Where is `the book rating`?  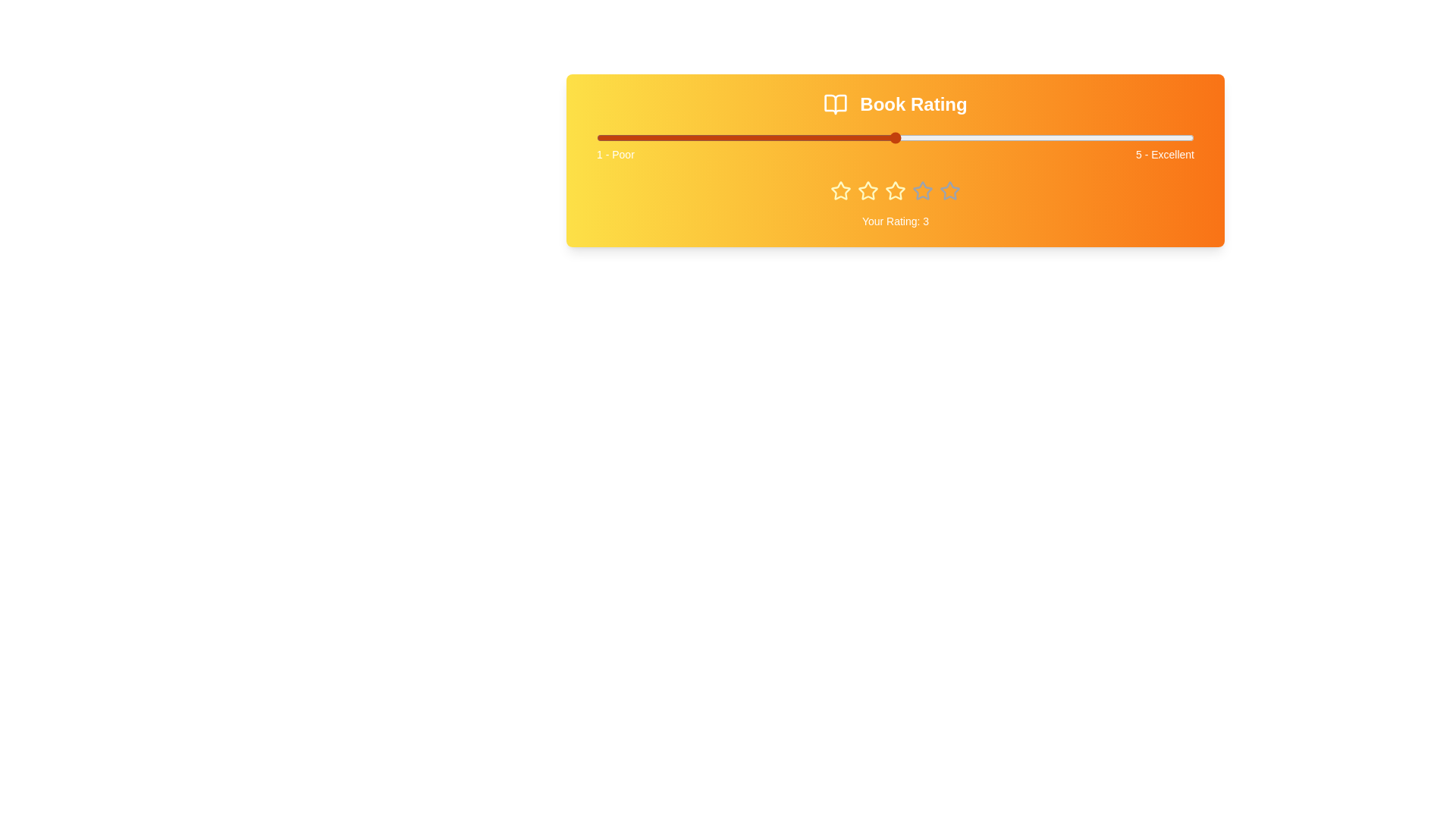 the book rating is located at coordinates (1043, 137).